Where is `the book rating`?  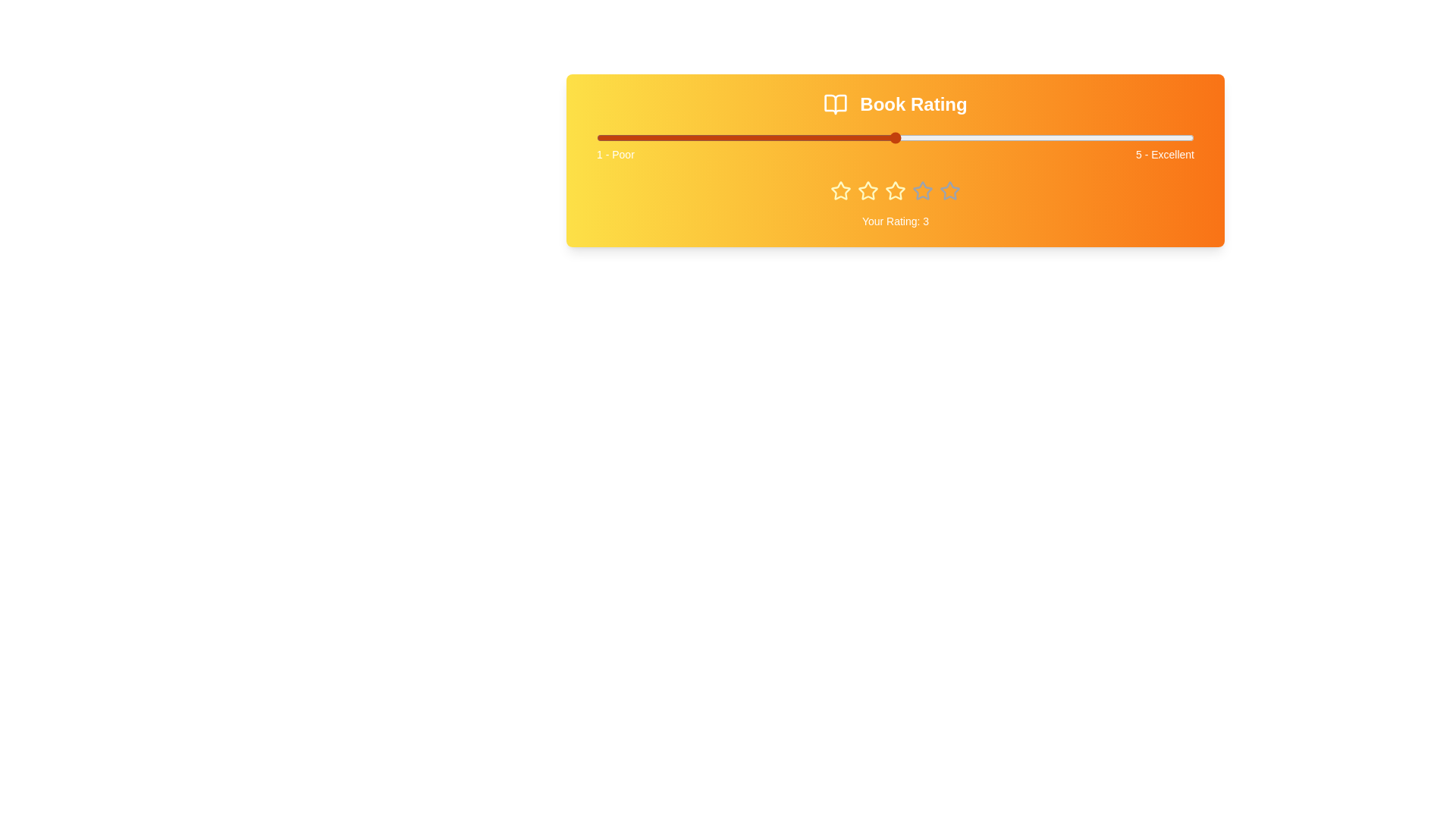 the book rating is located at coordinates (1043, 137).